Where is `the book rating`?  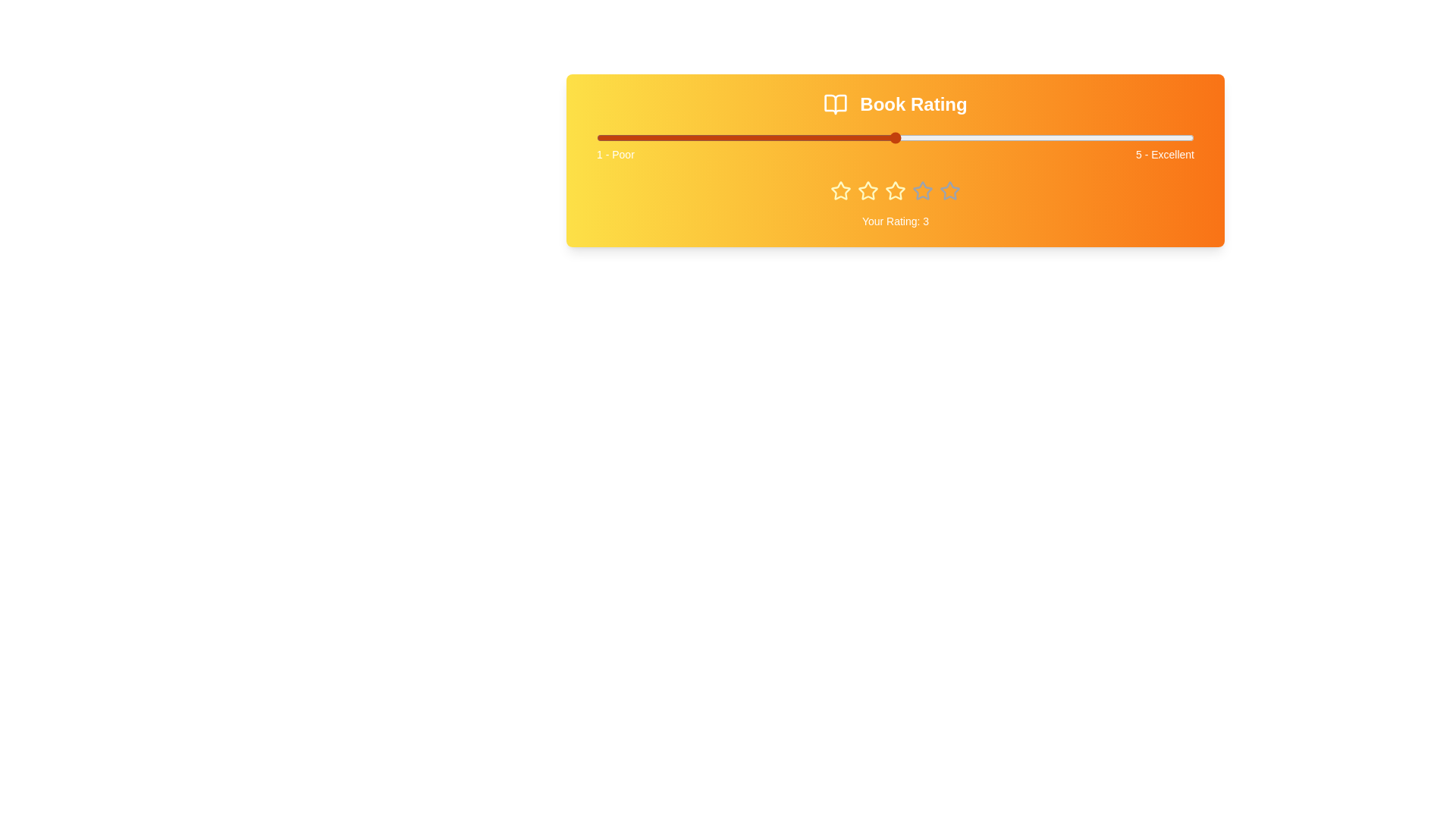 the book rating is located at coordinates (1043, 137).